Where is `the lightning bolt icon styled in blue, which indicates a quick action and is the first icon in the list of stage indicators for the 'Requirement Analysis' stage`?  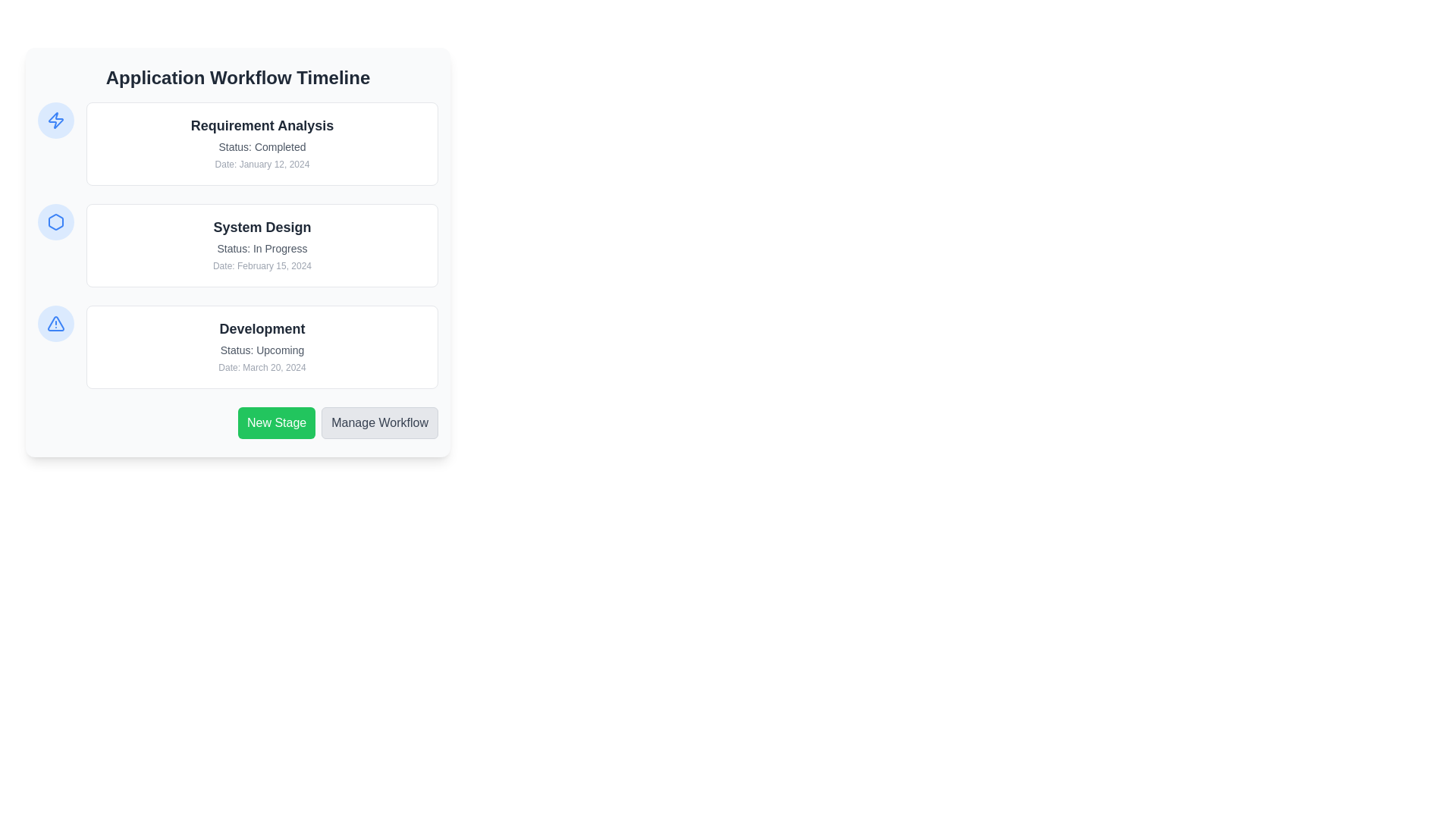
the lightning bolt icon styled in blue, which indicates a quick action and is the first icon in the list of stage indicators for the 'Requirement Analysis' stage is located at coordinates (55, 119).